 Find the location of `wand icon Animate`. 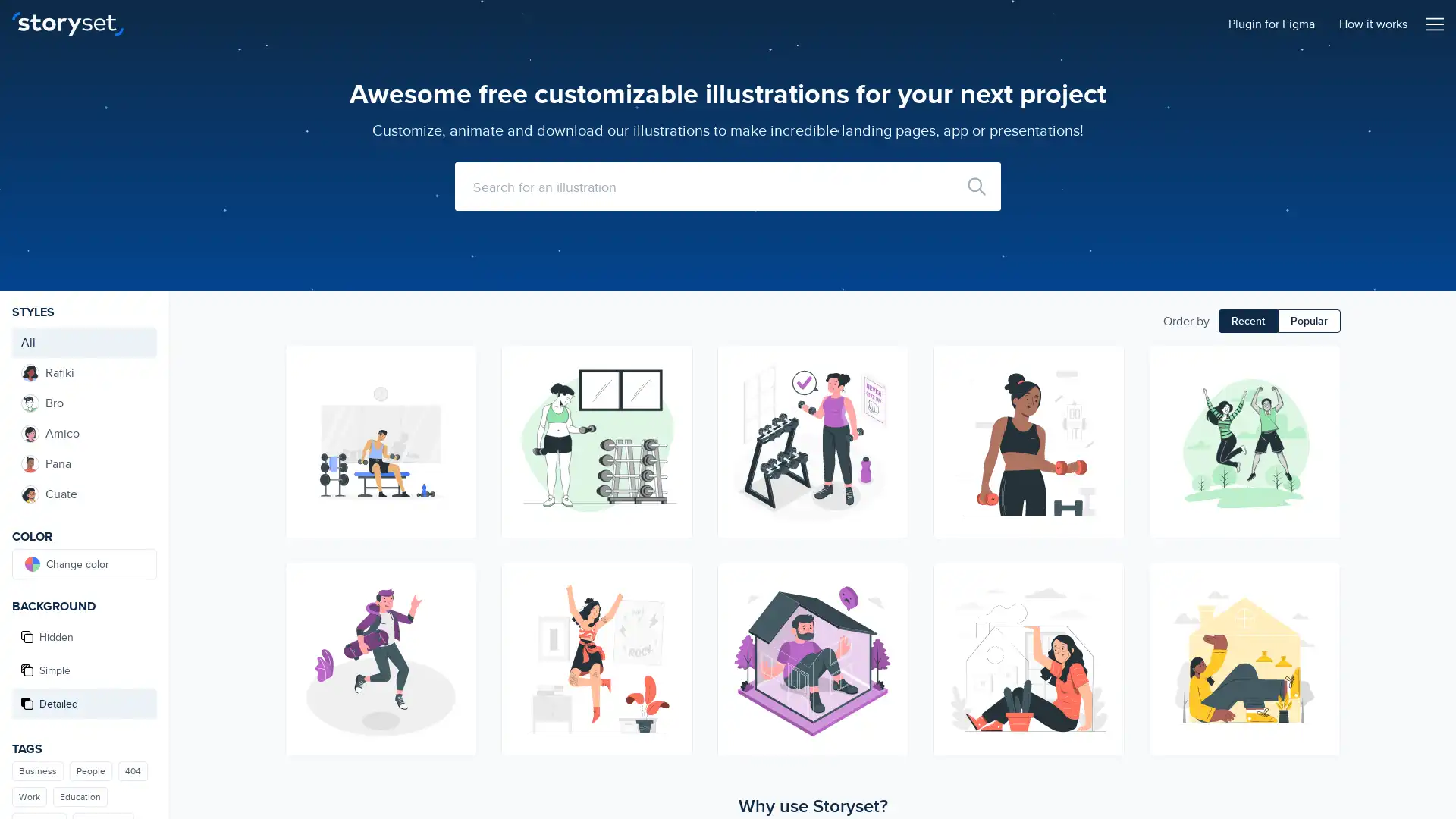

wand icon Animate is located at coordinates (457, 580).